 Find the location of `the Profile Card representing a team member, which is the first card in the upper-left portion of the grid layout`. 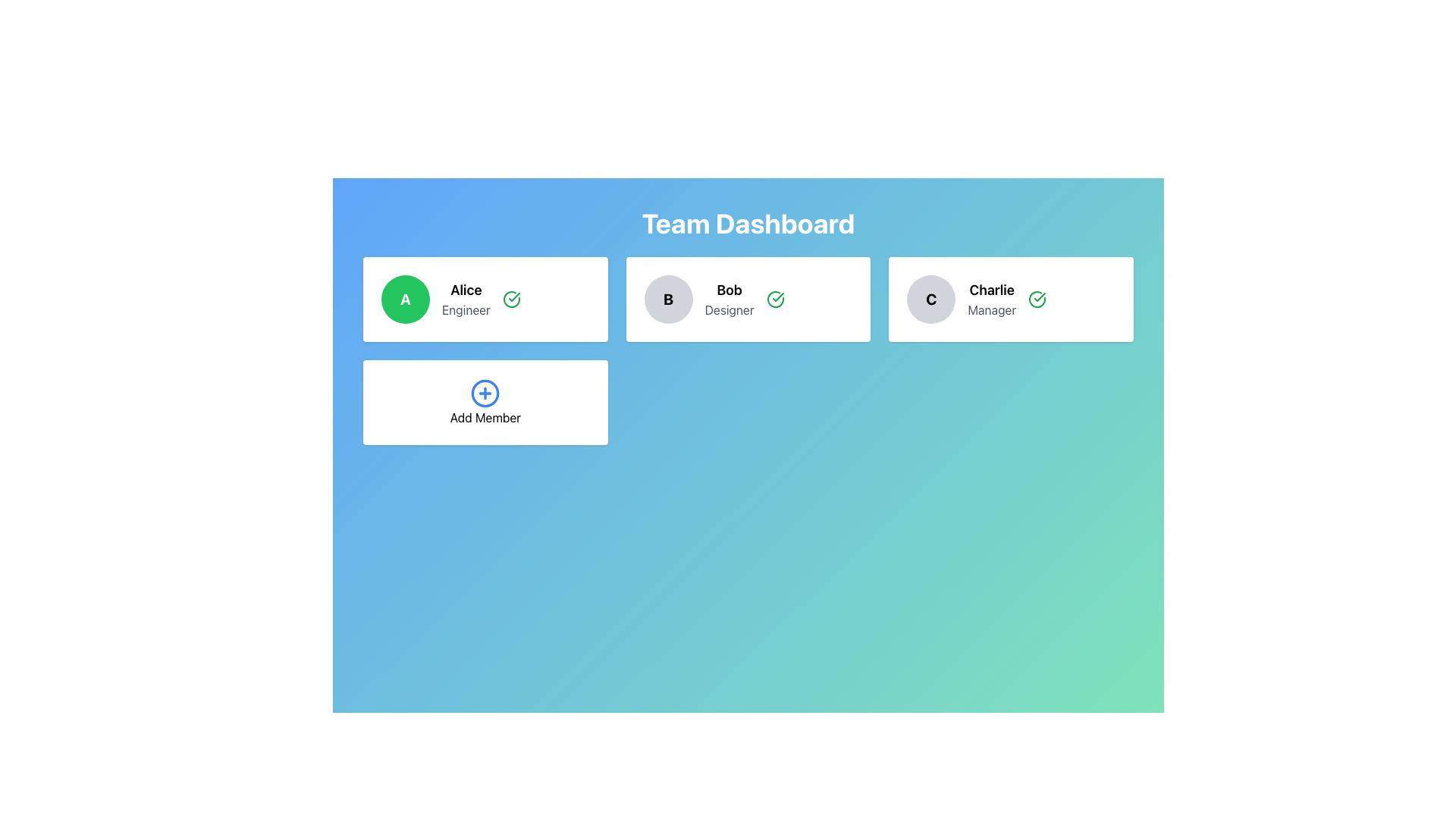

the Profile Card representing a team member, which is the first card in the upper-left portion of the grid layout is located at coordinates (485, 299).